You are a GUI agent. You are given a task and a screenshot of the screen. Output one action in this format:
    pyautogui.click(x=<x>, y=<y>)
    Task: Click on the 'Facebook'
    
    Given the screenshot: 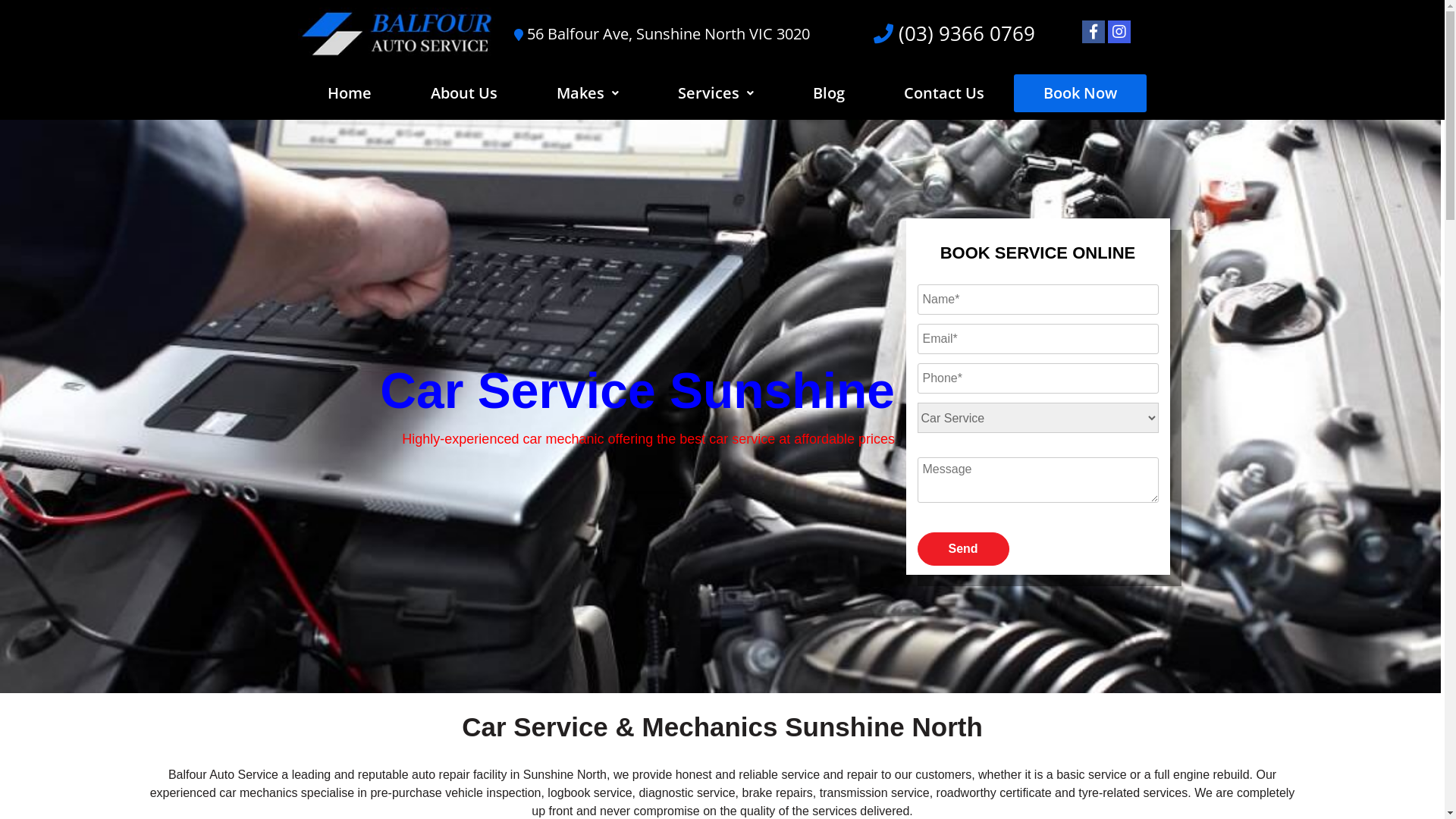 What is the action you would take?
    pyautogui.click(x=1093, y=32)
    